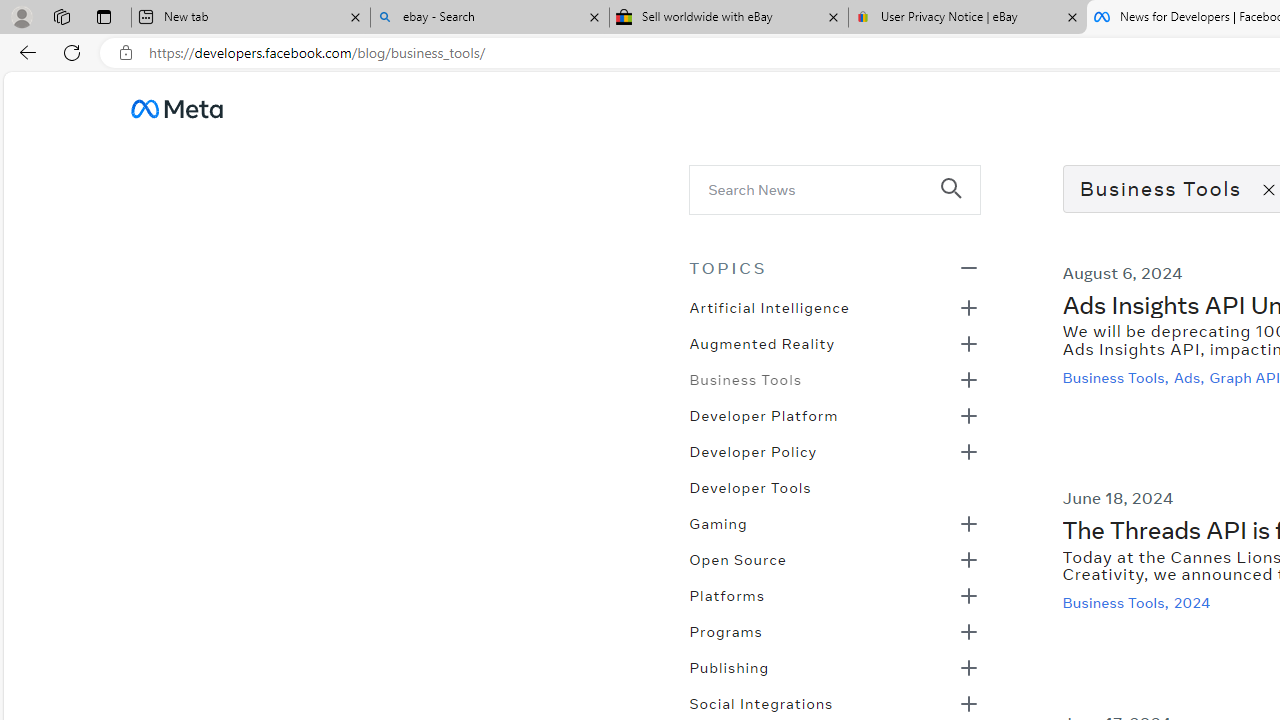 This screenshot has width=1280, height=720. I want to click on '2024', so click(1194, 601).